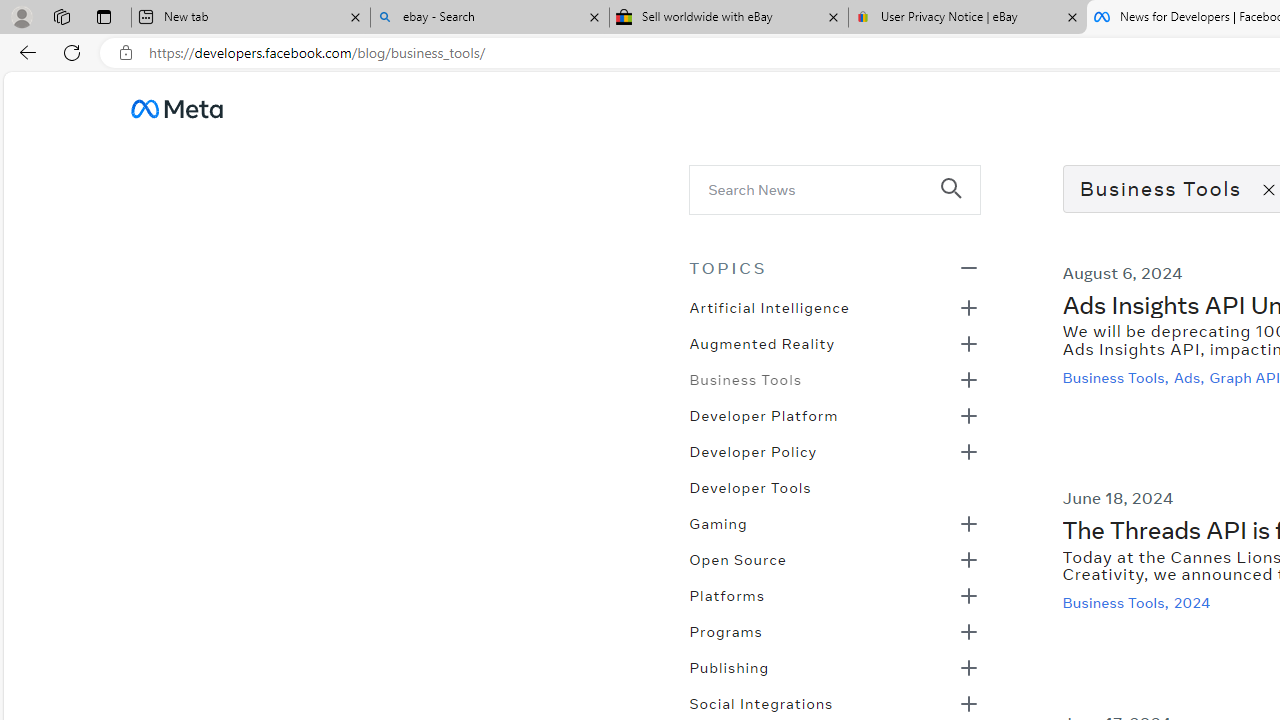 This screenshot has width=1280, height=720. I want to click on '2024', so click(1194, 601).